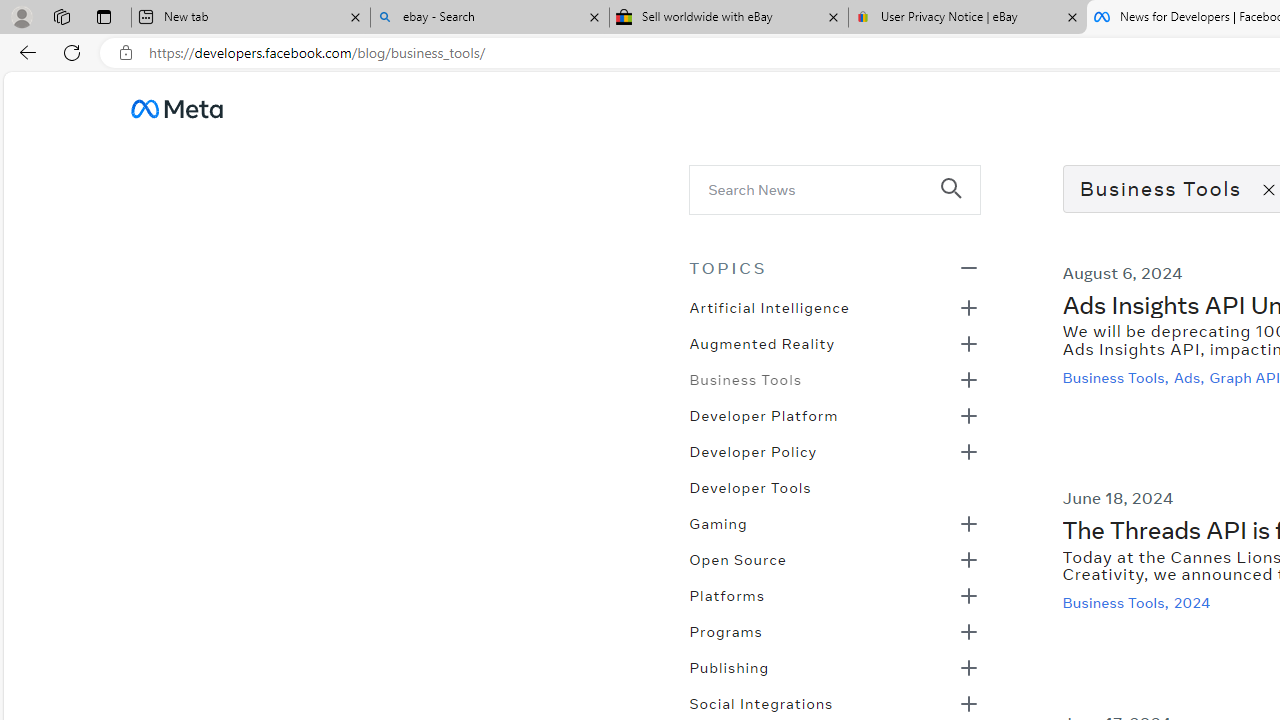 This screenshot has width=1280, height=720. I want to click on '2024', so click(1194, 601).